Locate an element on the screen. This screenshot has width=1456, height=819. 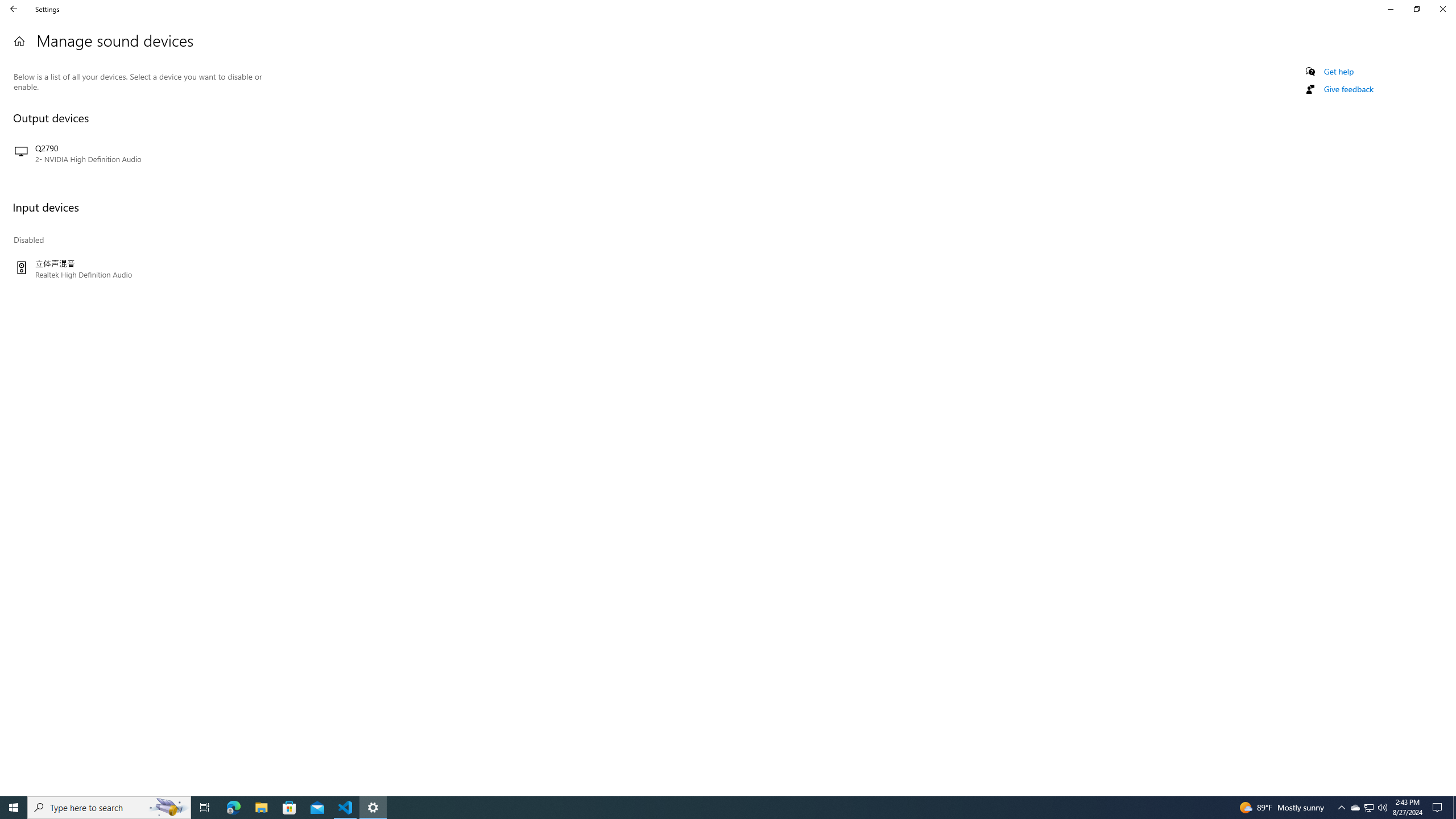
'Q2790 2- NVIDIA High Definition Audio' is located at coordinates (136, 153).